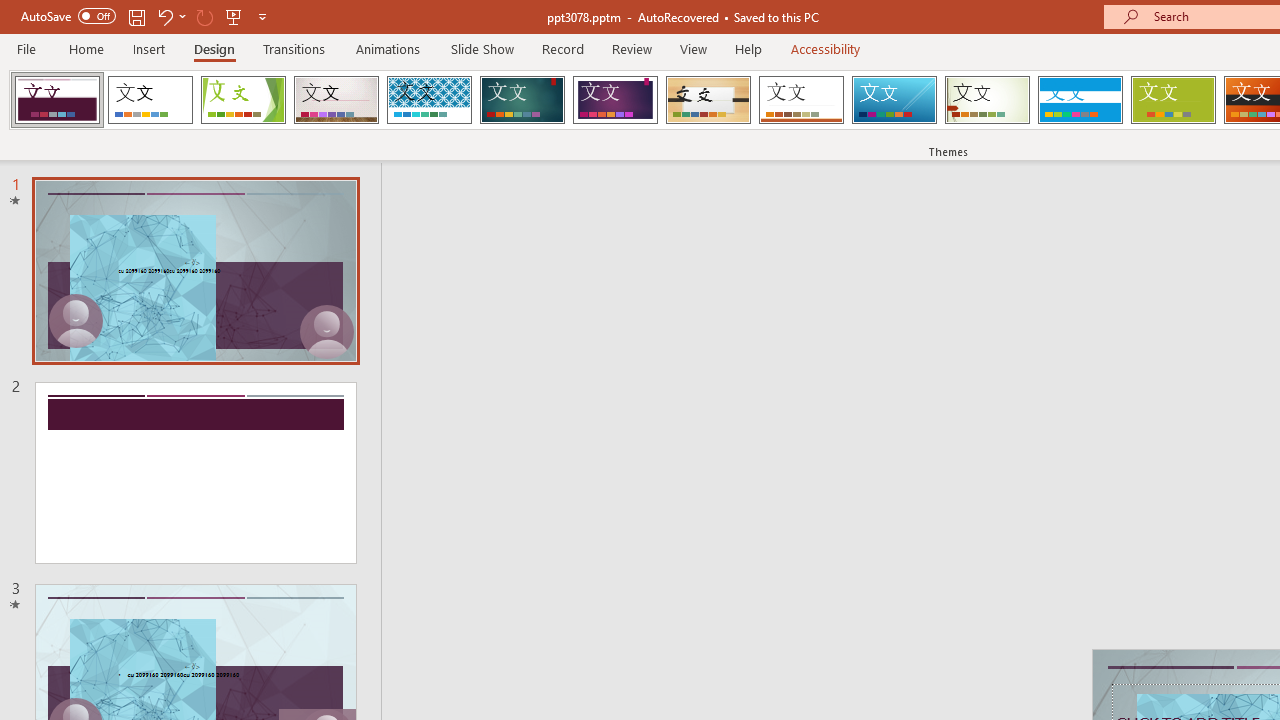 The height and width of the screenshot is (720, 1280). I want to click on 'Integral', so click(428, 100).